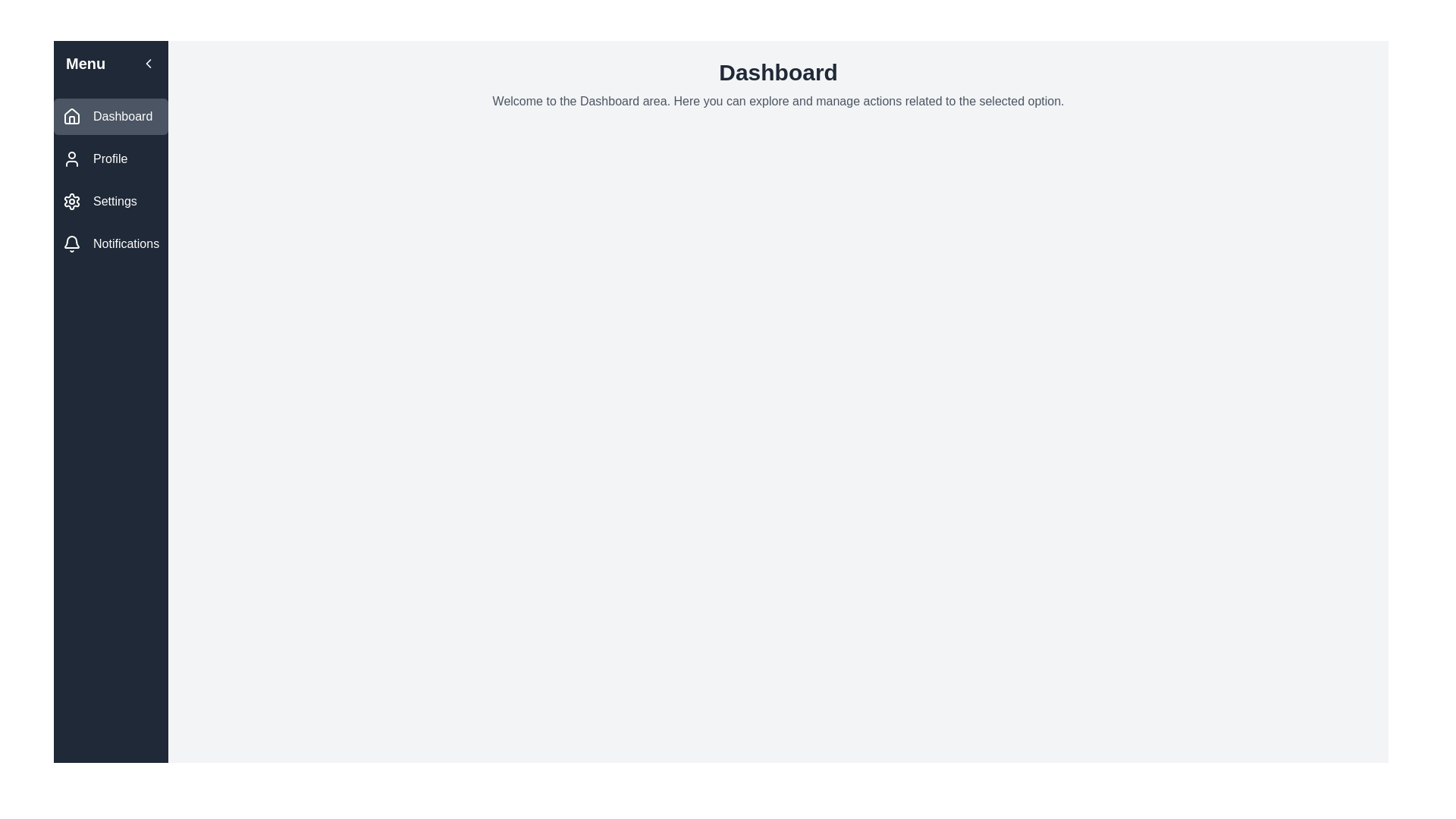  Describe the element at coordinates (109, 158) in the screenshot. I see `the 'Profile' label in the sidebar menu, which is the second item below 'Dashboard'` at that location.